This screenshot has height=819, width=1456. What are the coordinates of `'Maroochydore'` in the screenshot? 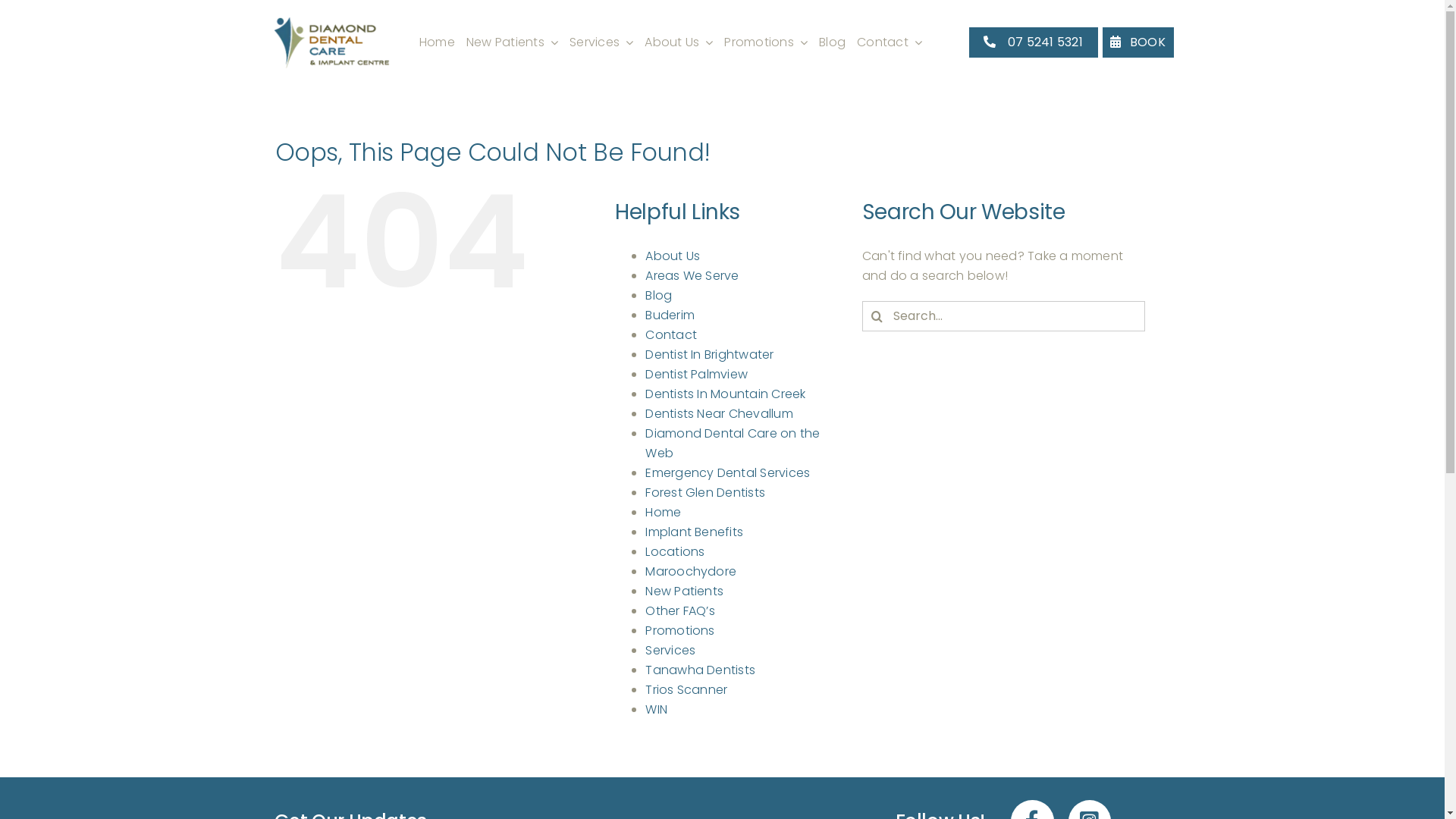 It's located at (690, 571).